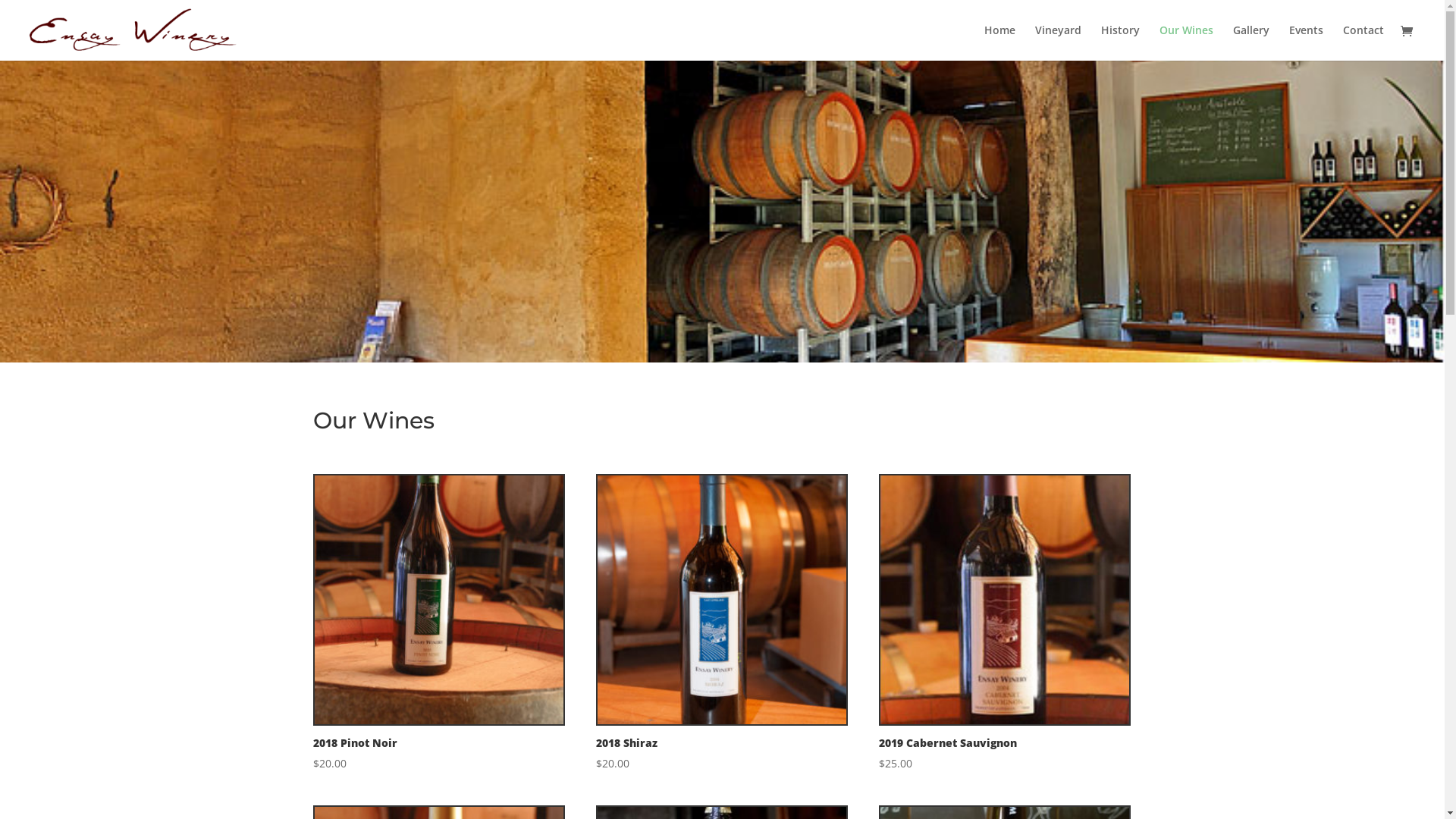  Describe the element at coordinates (1100, 42) in the screenshot. I see `'History'` at that location.